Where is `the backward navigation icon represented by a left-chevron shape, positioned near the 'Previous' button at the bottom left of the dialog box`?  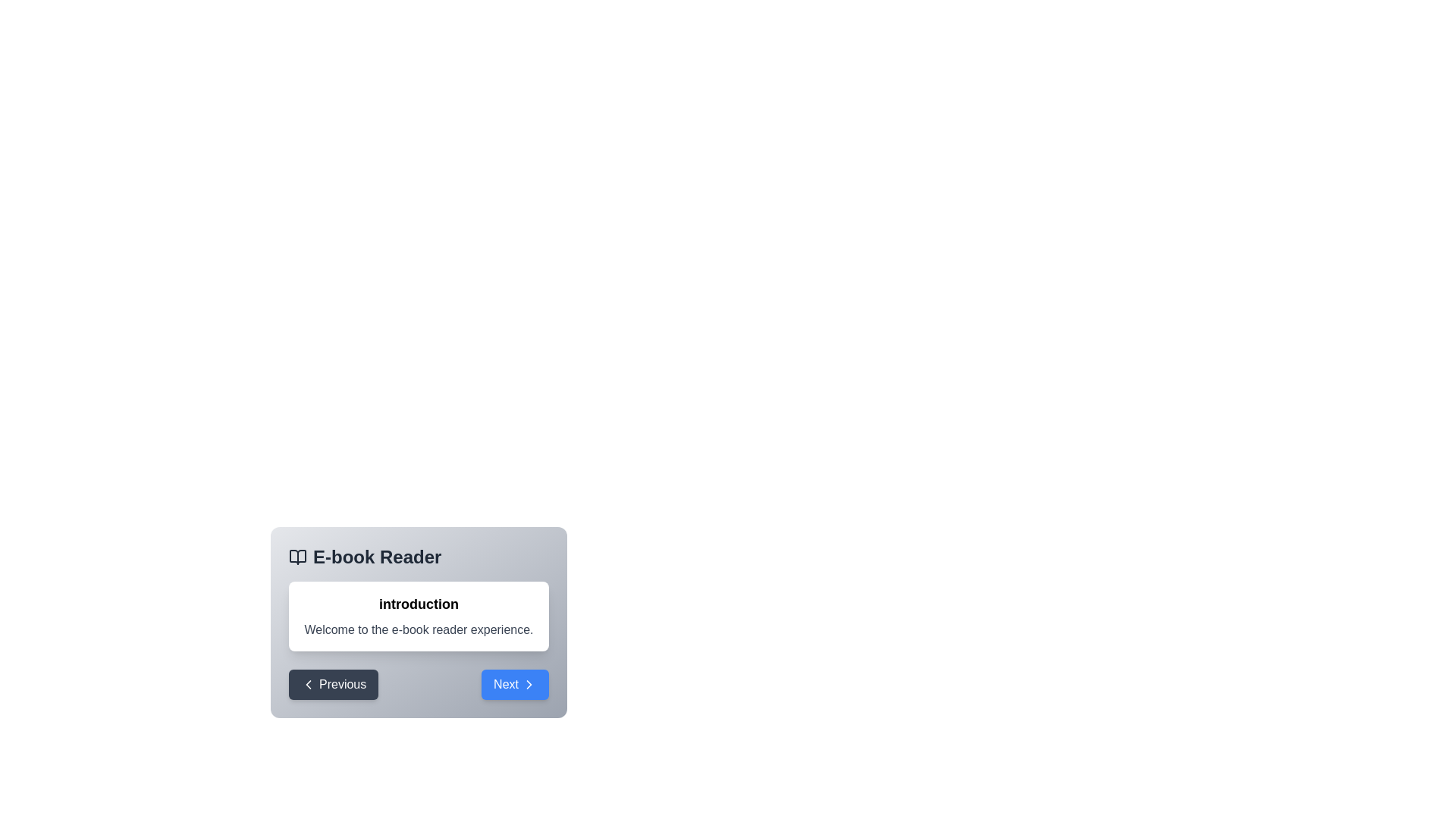
the backward navigation icon represented by a left-chevron shape, positioned near the 'Previous' button at the bottom left of the dialog box is located at coordinates (308, 684).